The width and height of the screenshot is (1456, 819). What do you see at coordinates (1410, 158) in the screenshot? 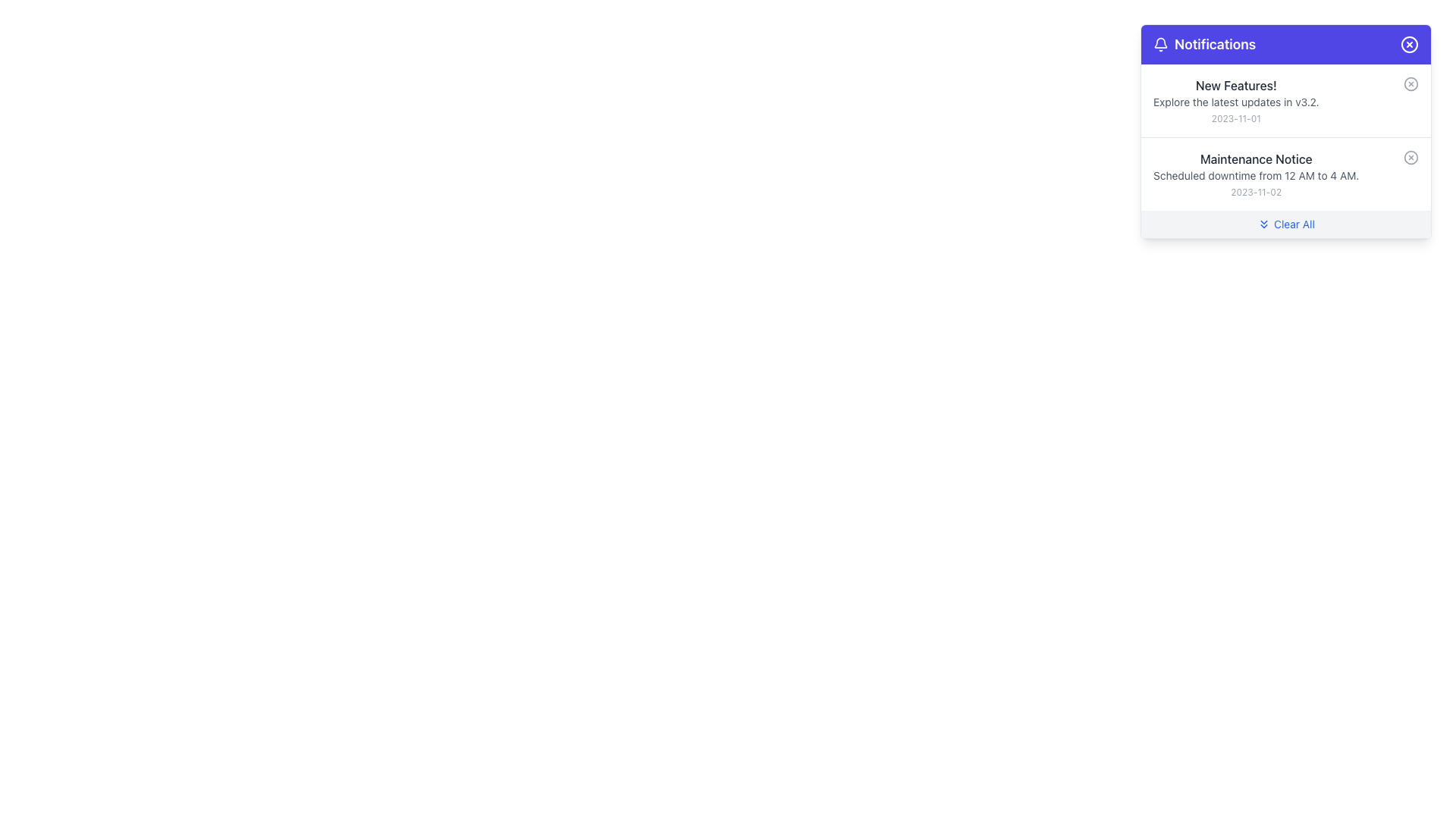
I see `the SVG Circle Element located in the 'Maintenance Notice' section of the notification card` at bounding box center [1410, 158].